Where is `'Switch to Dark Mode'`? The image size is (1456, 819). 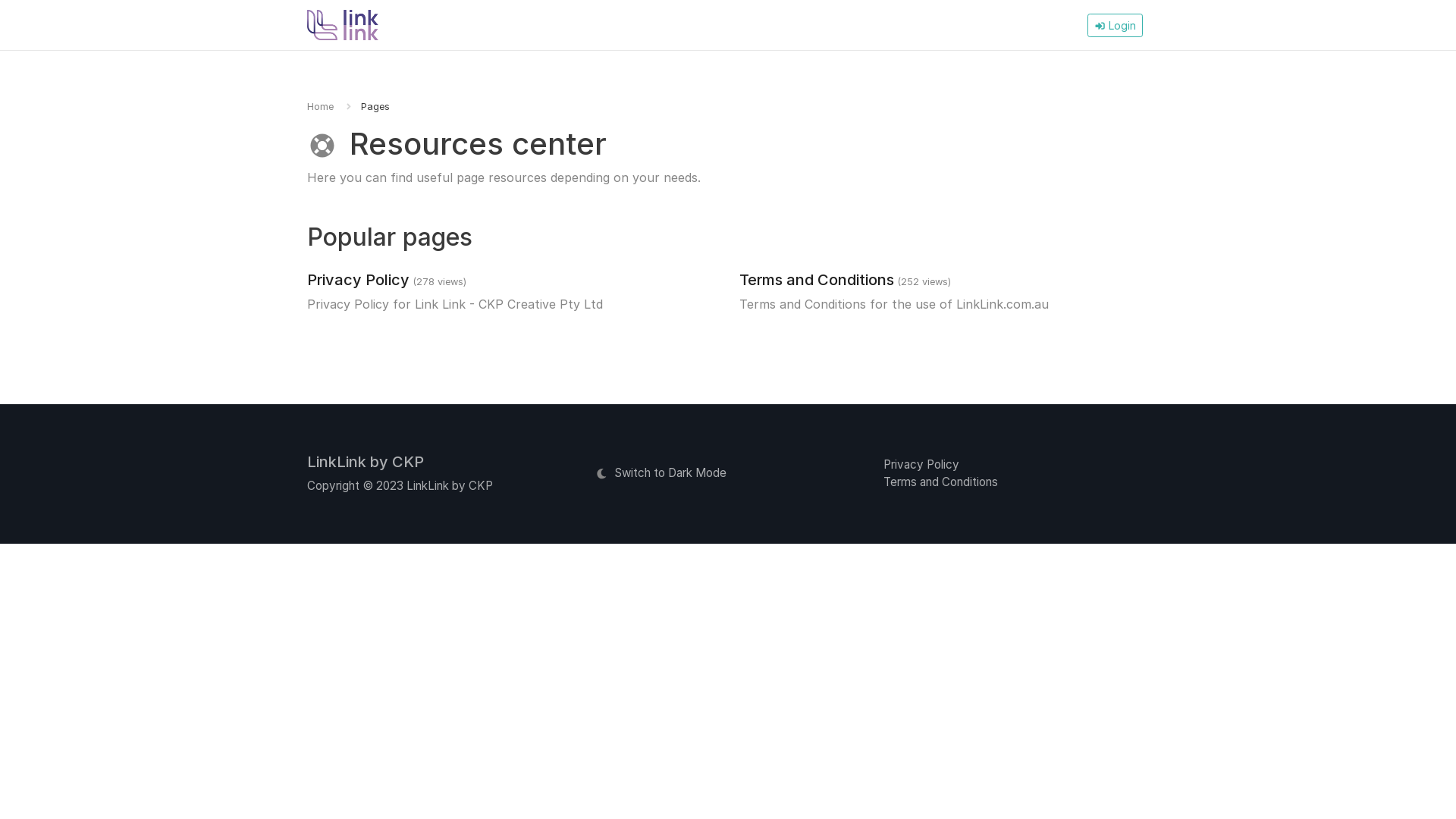 'Switch to Dark Mode' is located at coordinates (661, 472).